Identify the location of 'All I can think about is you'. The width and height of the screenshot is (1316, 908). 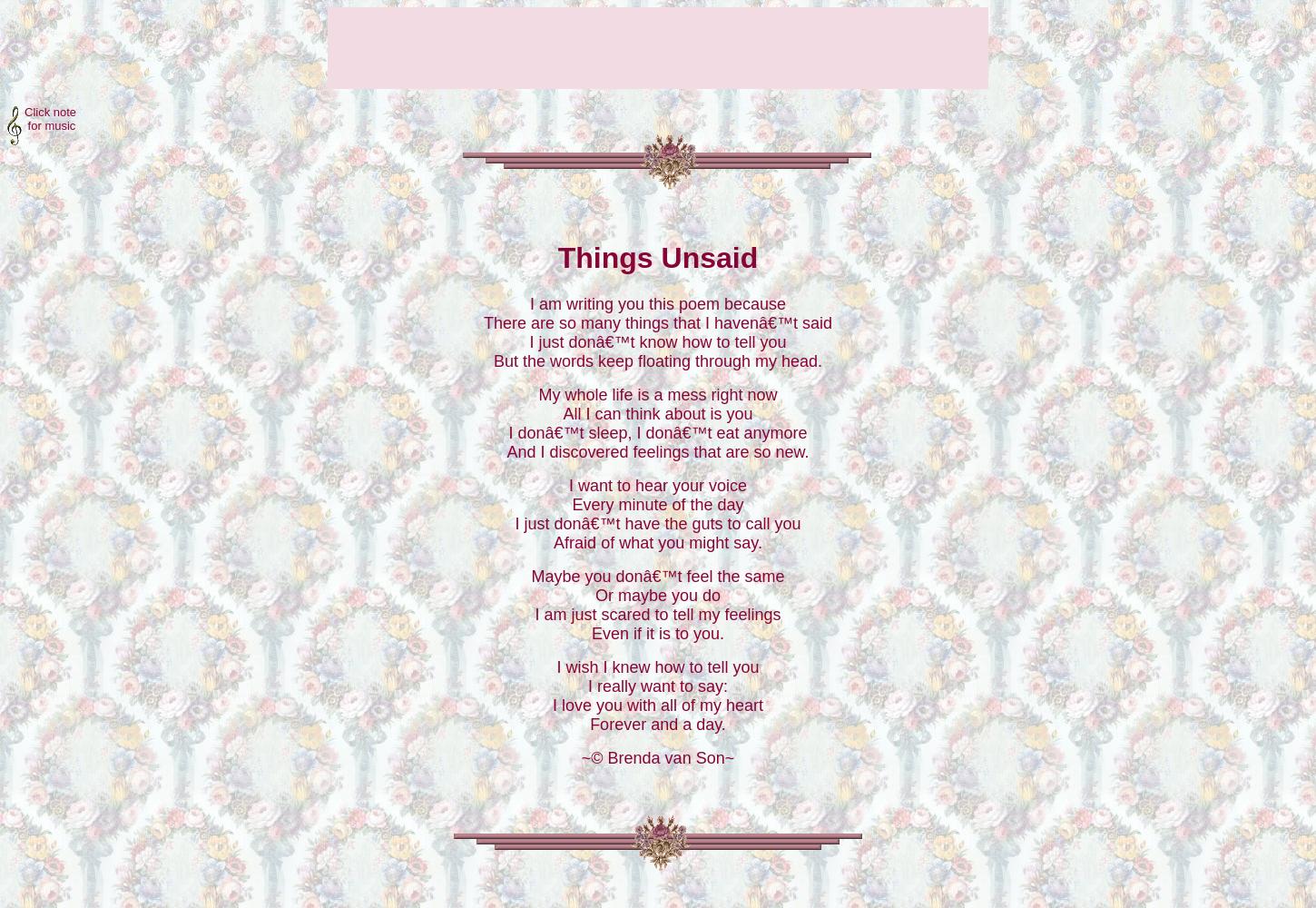
(656, 412).